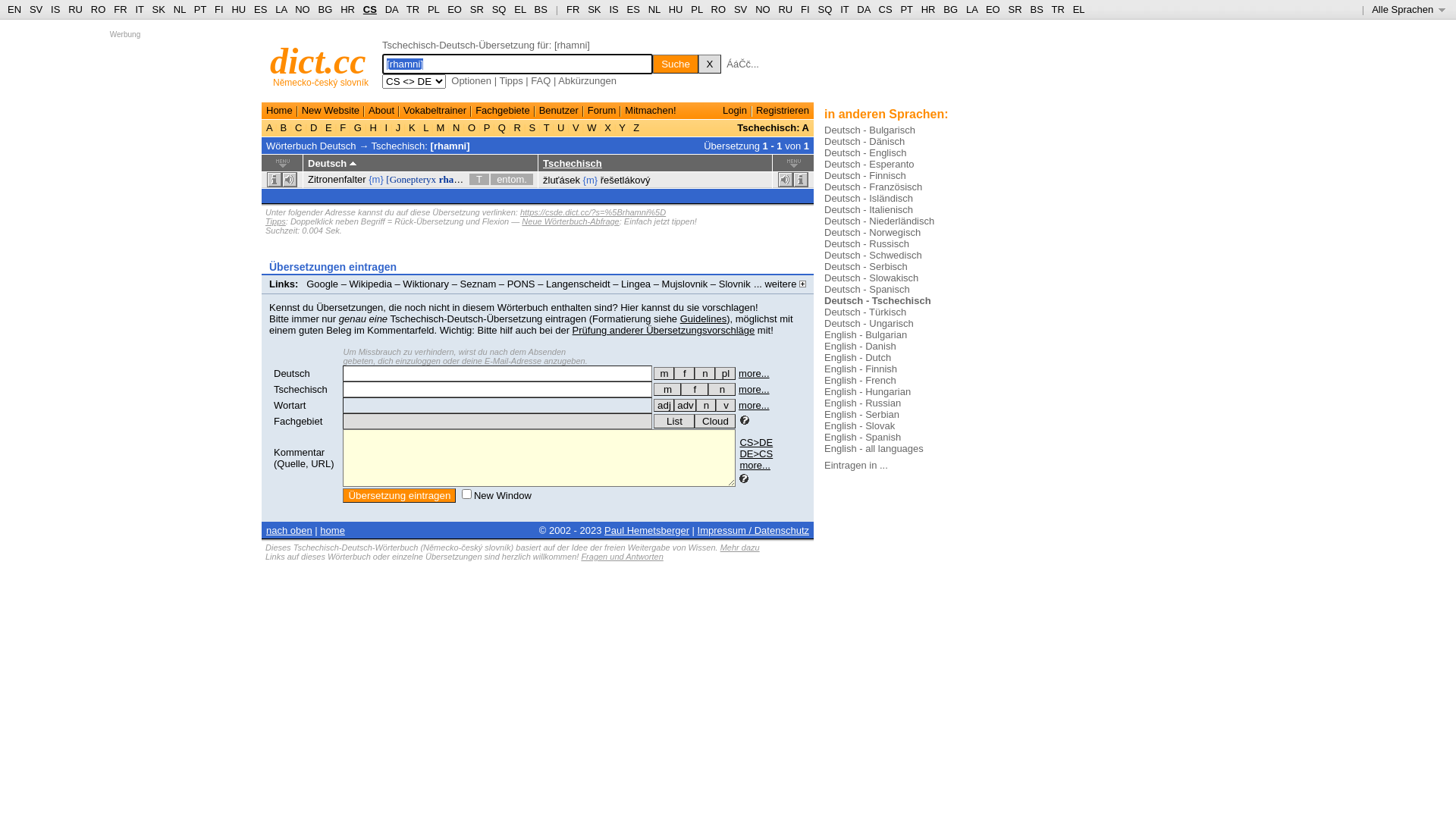 The height and width of the screenshot is (819, 1456). Describe the element at coordinates (739, 388) in the screenshot. I see `'more...'` at that location.